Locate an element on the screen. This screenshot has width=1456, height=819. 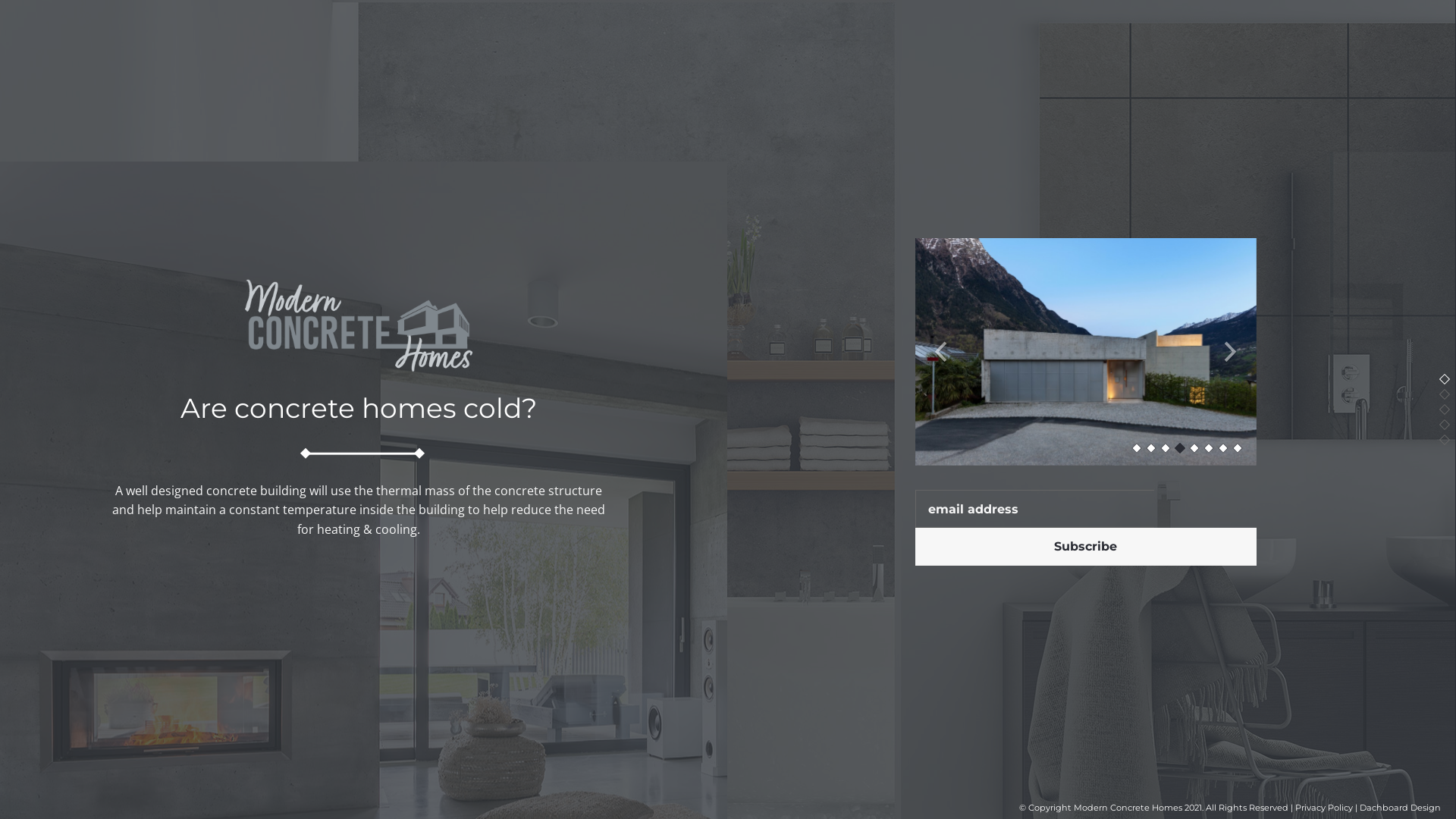
'Subscribe' is located at coordinates (1084, 547).